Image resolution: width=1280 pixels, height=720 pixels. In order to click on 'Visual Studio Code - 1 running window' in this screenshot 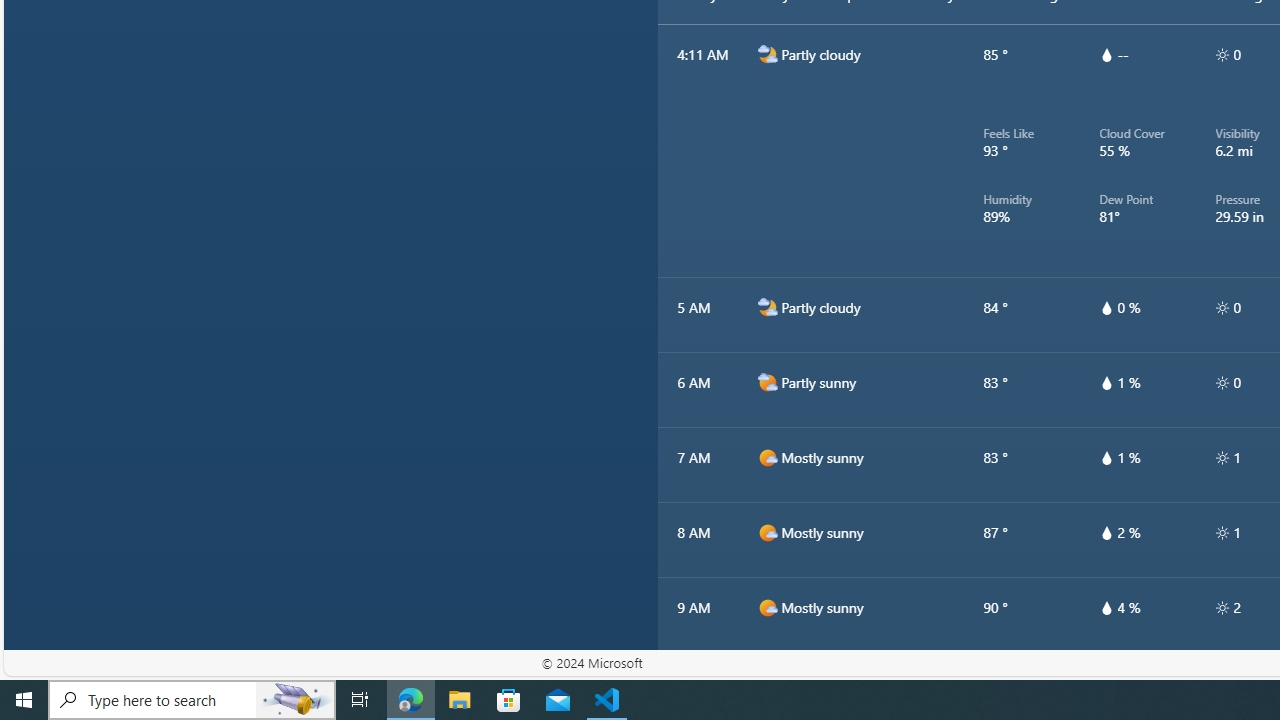, I will do `click(606, 698)`.